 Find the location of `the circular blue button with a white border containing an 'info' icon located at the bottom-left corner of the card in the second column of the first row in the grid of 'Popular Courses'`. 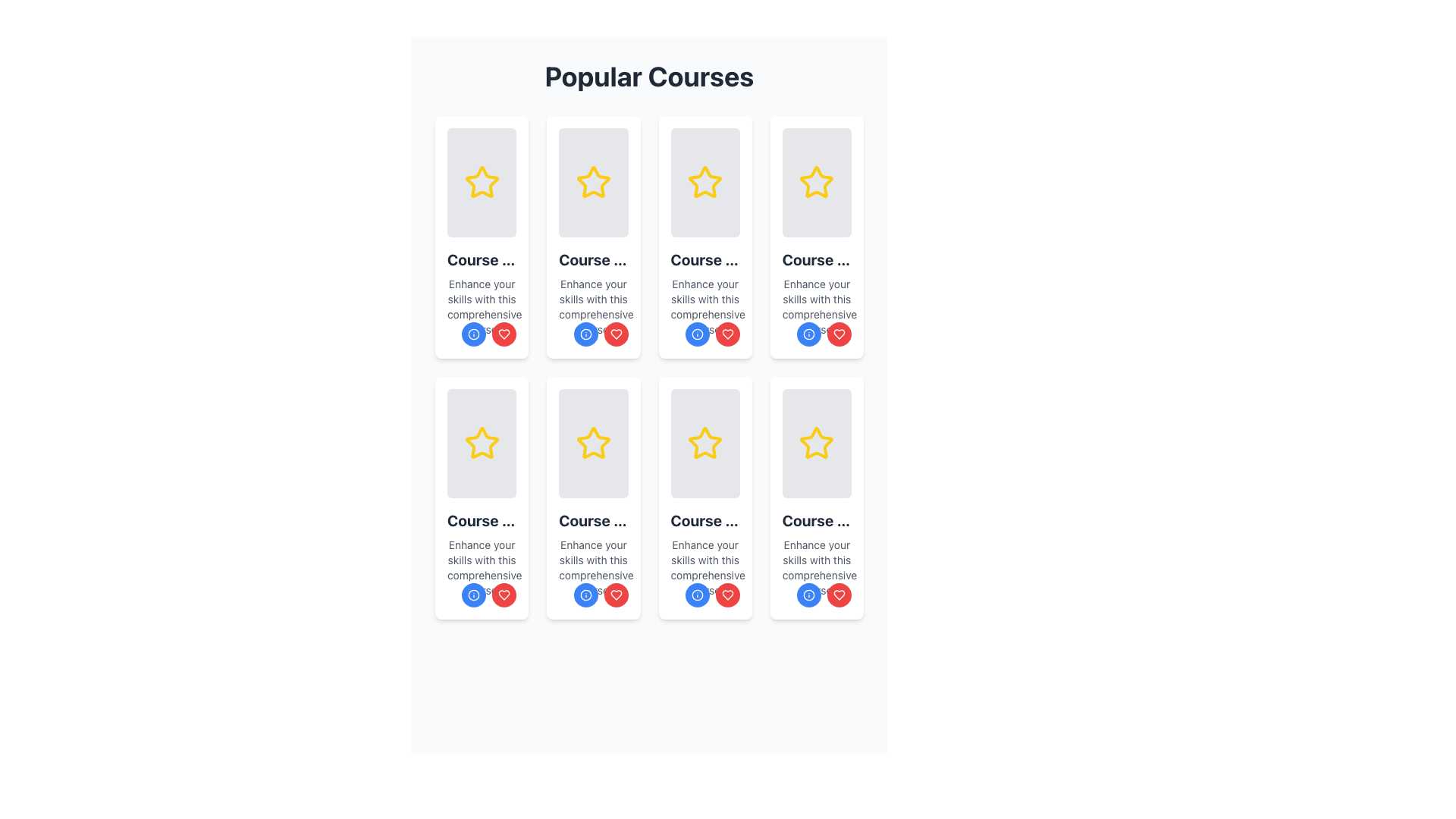

the circular blue button with a white border containing an 'info' icon located at the bottom-left corner of the card in the second column of the first row in the grid of 'Popular Courses' is located at coordinates (696, 333).